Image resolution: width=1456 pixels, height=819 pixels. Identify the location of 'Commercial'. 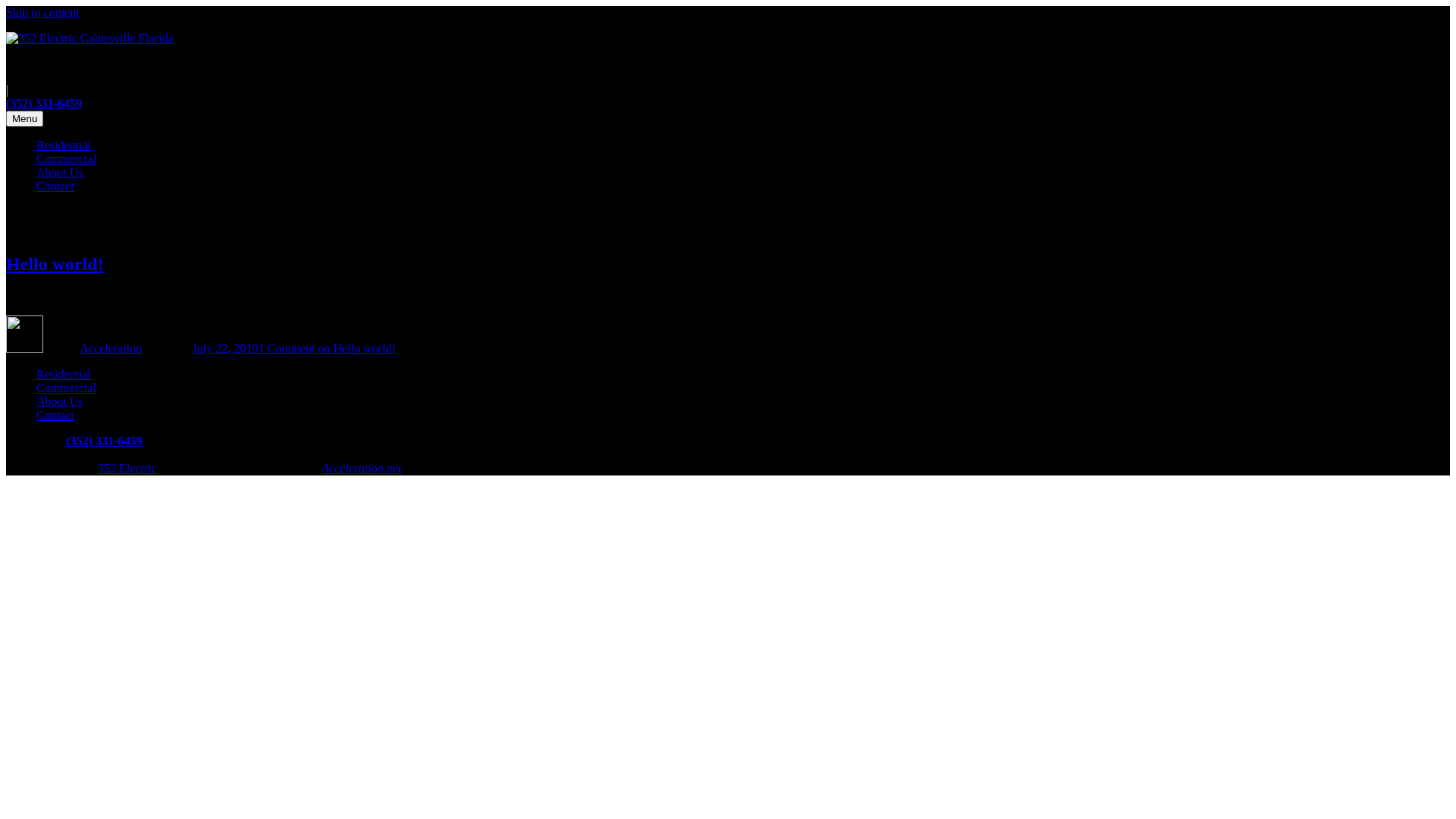
(65, 387).